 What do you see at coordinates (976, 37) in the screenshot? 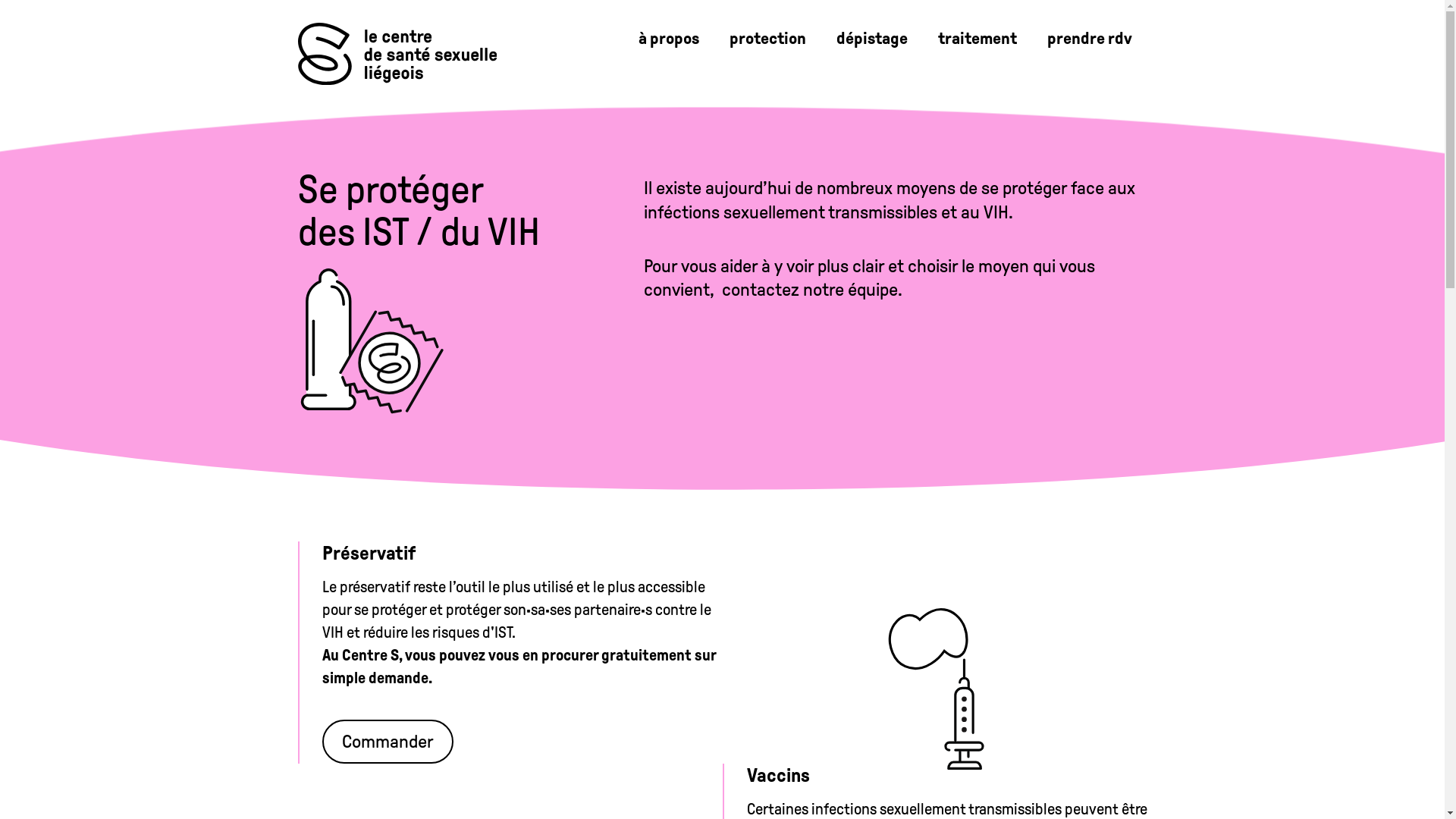
I see `'traitement'` at bounding box center [976, 37].